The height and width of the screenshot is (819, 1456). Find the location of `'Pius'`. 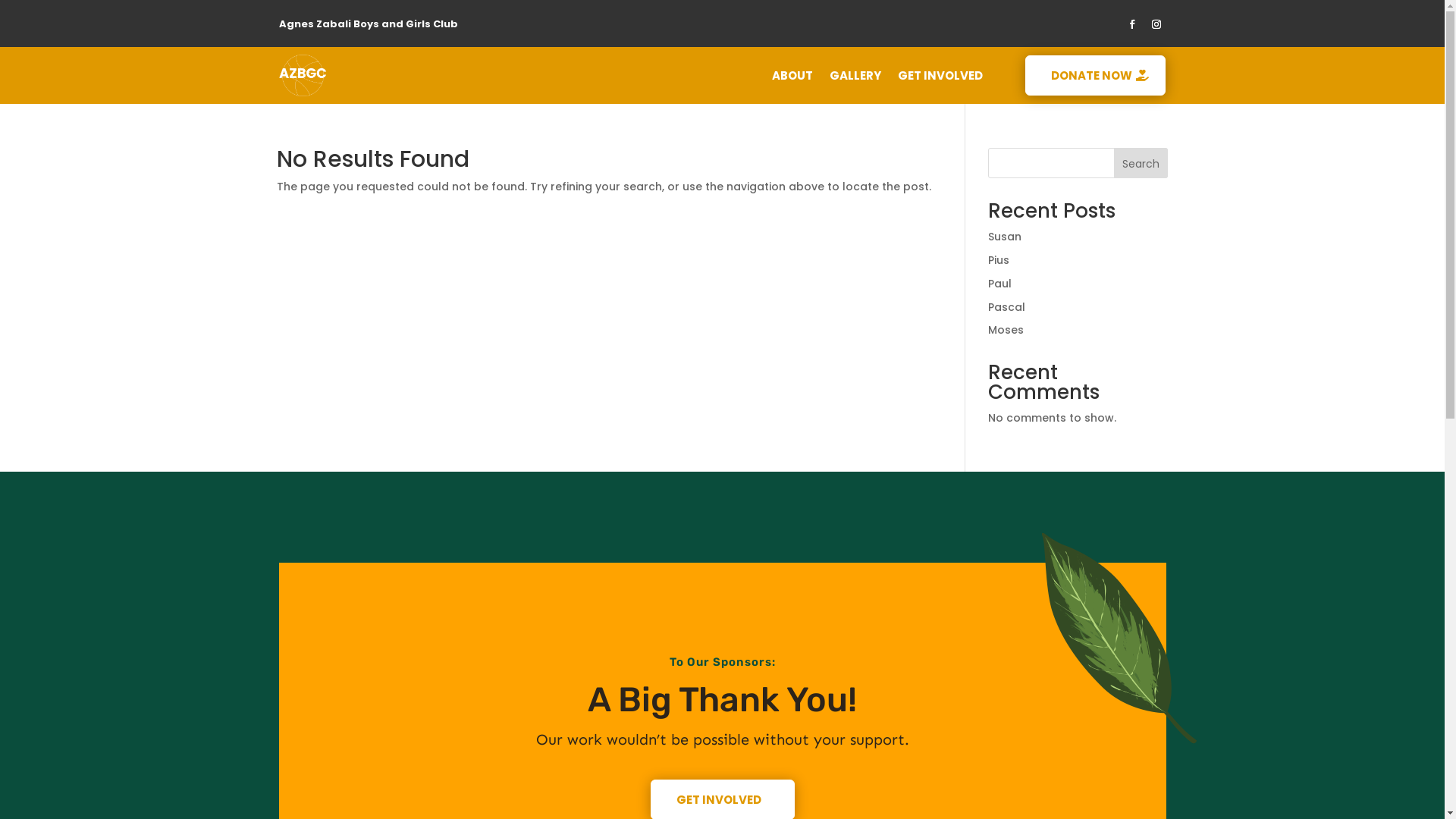

'Pius' is located at coordinates (998, 259).